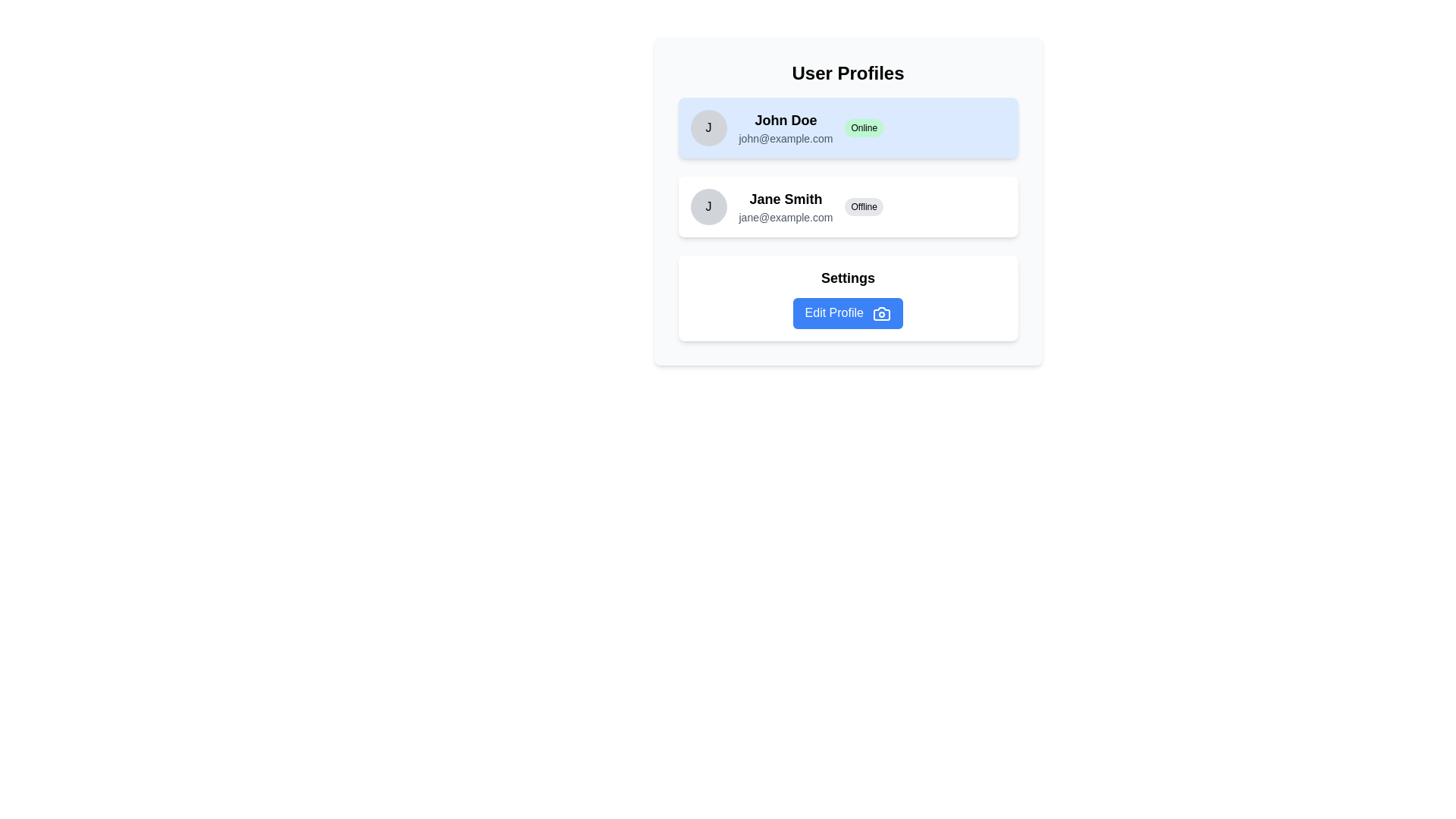 This screenshot has width=1456, height=819. Describe the element at coordinates (786, 119) in the screenshot. I see `the text label displaying the user's name, which is positioned above the email address and to the right of the circular avatar marked with the initial 'J' in the 'User Profiles' section` at that location.